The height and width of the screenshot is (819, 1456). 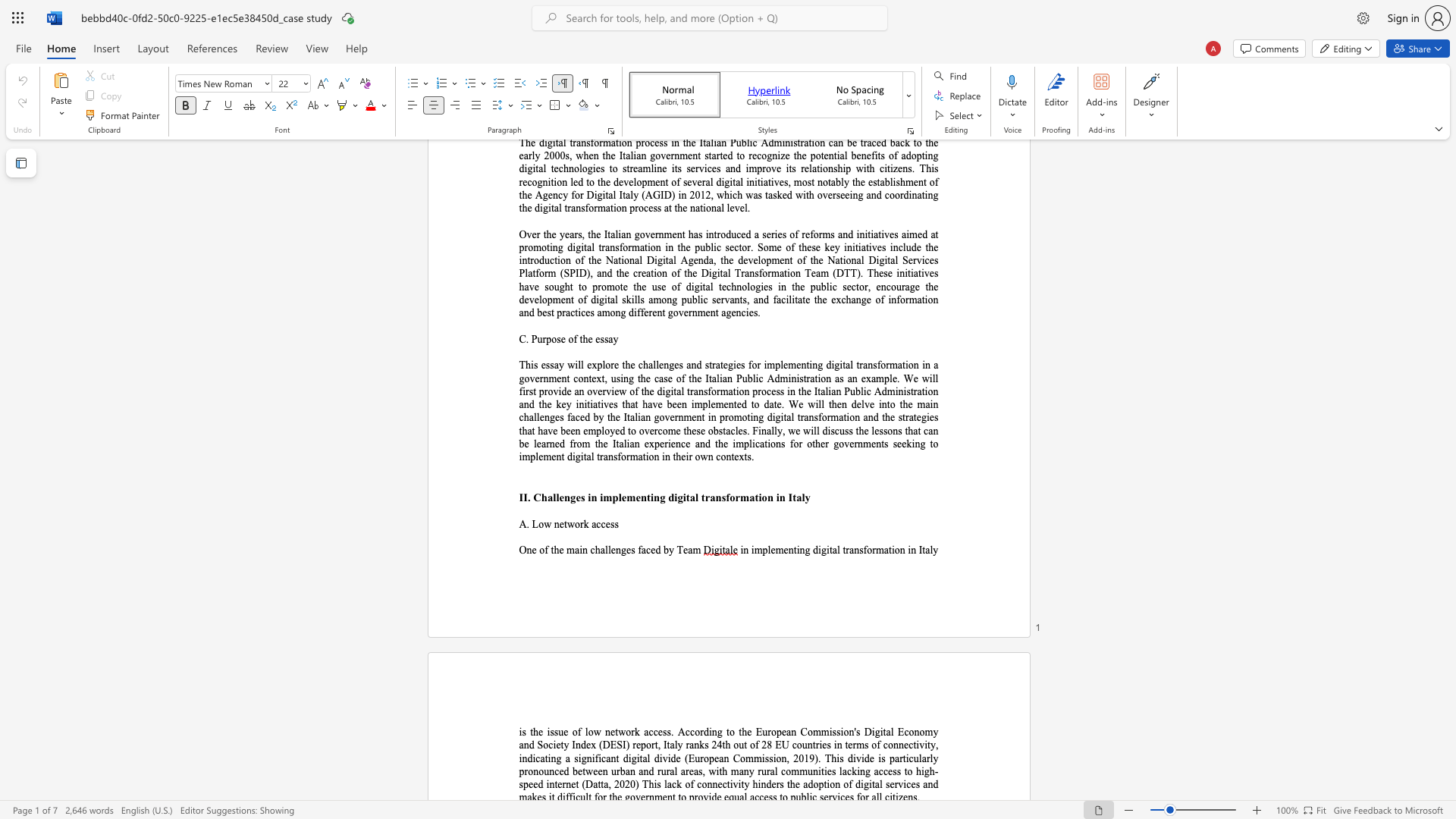 I want to click on the subset text "ndicating" within the text "indicating", so click(x=522, y=758).